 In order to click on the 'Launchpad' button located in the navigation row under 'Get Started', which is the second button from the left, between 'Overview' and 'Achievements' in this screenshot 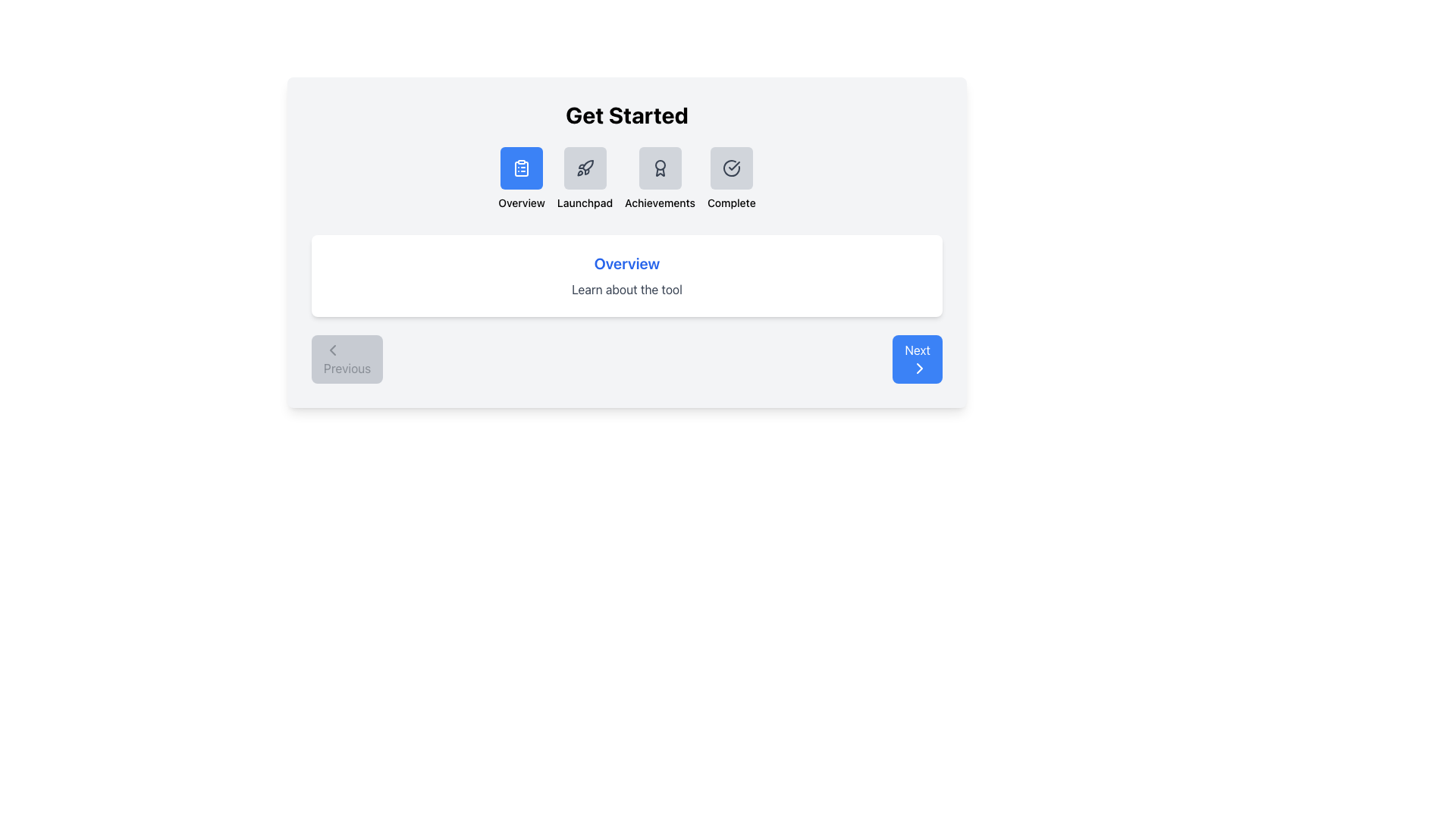, I will do `click(584, 168)`.